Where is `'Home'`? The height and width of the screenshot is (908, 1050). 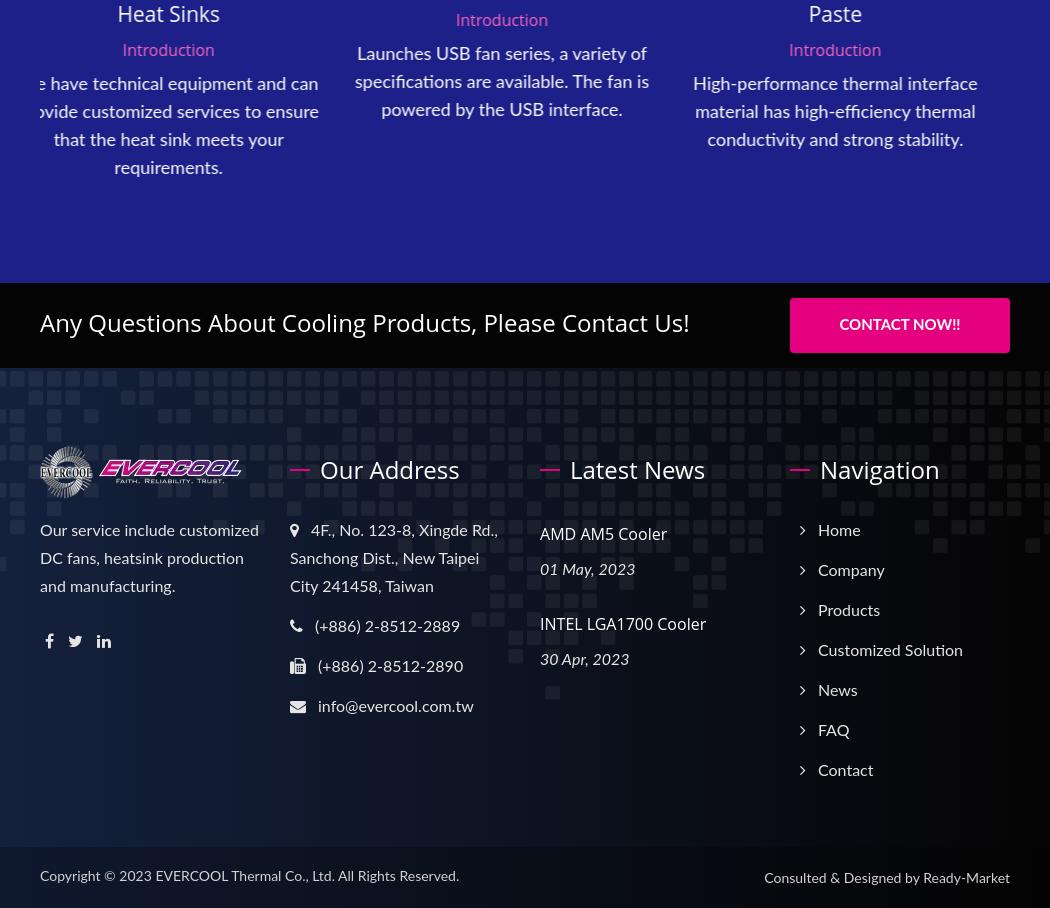
'Home' is located at coordinates (838, 529).